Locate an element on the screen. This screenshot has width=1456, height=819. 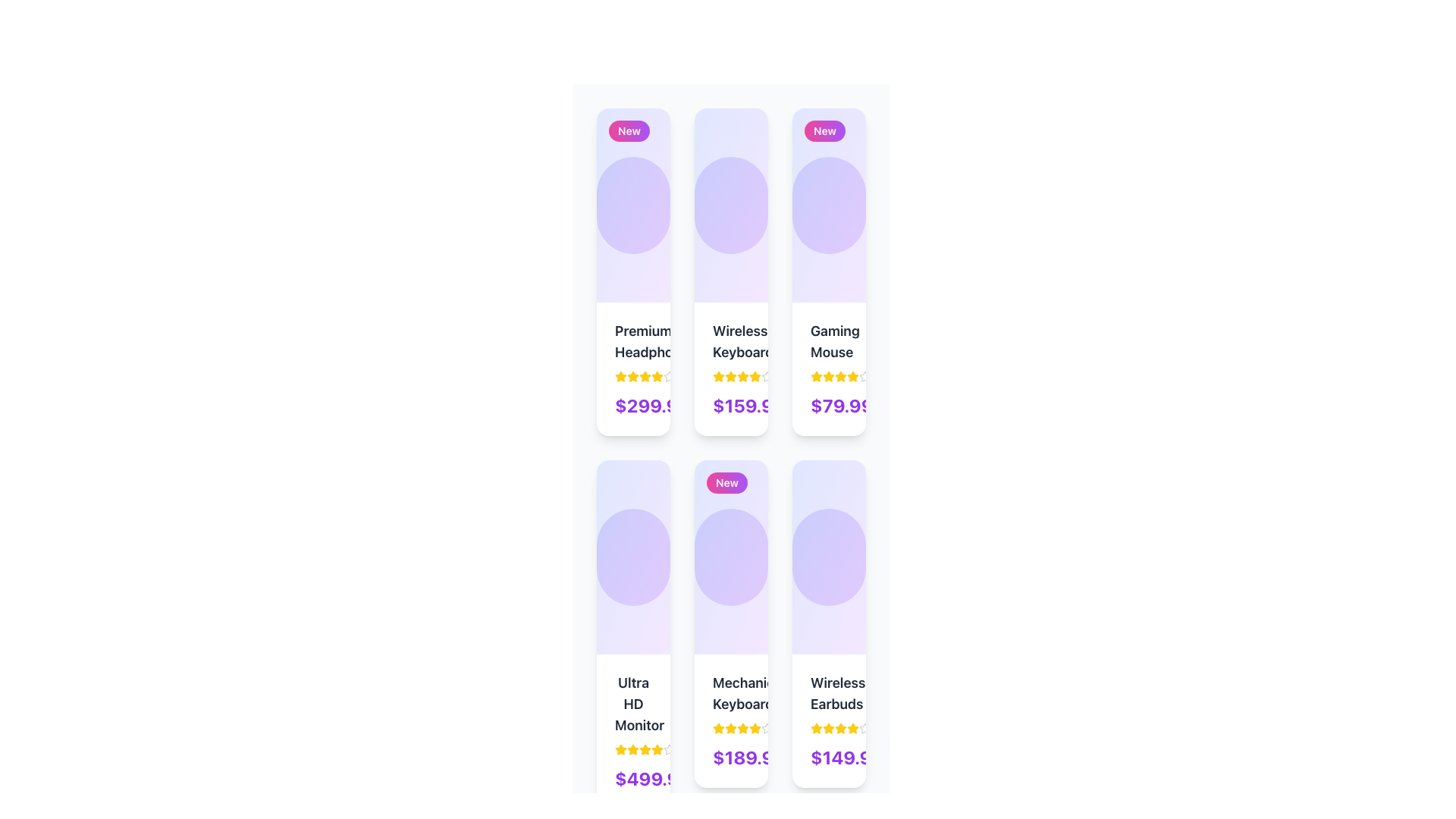
the decorative graphical element located inside the upper portion of the first card in the topmost row of the card layout is located at coordinates (633, 205).